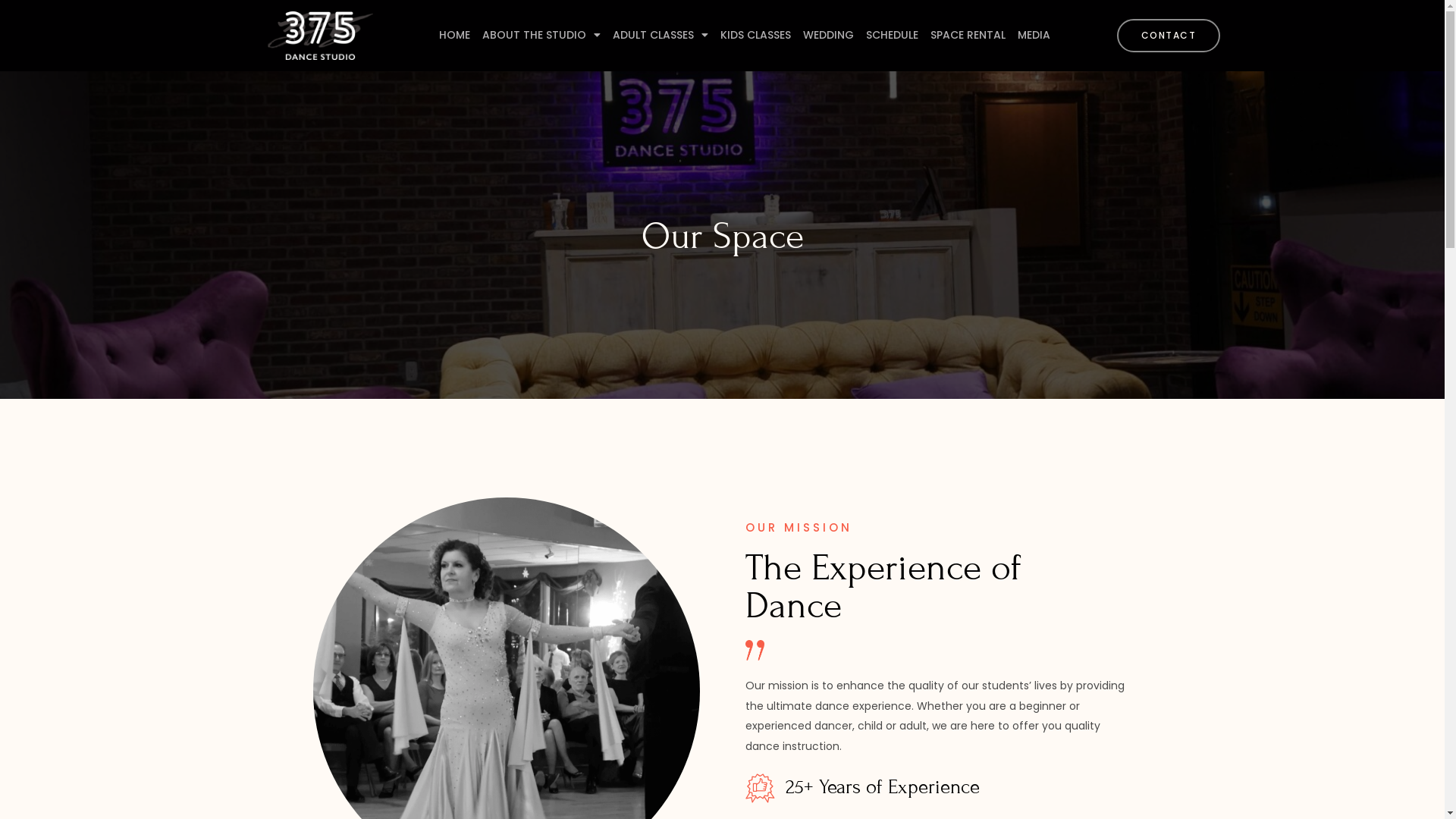  Describe the element at coordinates (892, 34) in the screenshot. I see `'SCHEDULE'` at that location.